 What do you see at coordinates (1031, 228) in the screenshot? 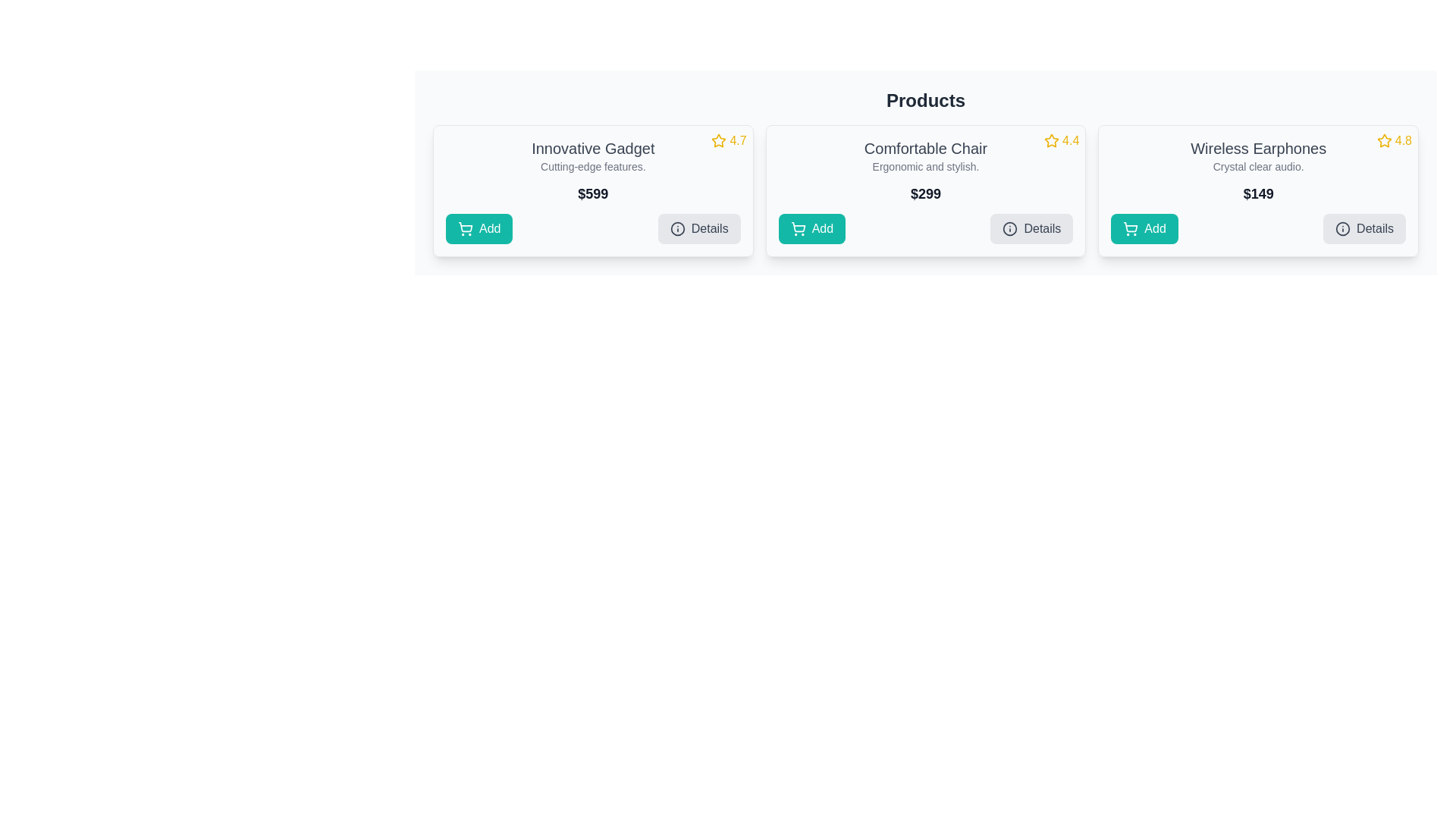
I see `the 'Details' button for the product titled 'Comfortable Chair', which is located at the bottom right corner of the product card, next to the 'Add' button` at bounding box center [1031, 228].